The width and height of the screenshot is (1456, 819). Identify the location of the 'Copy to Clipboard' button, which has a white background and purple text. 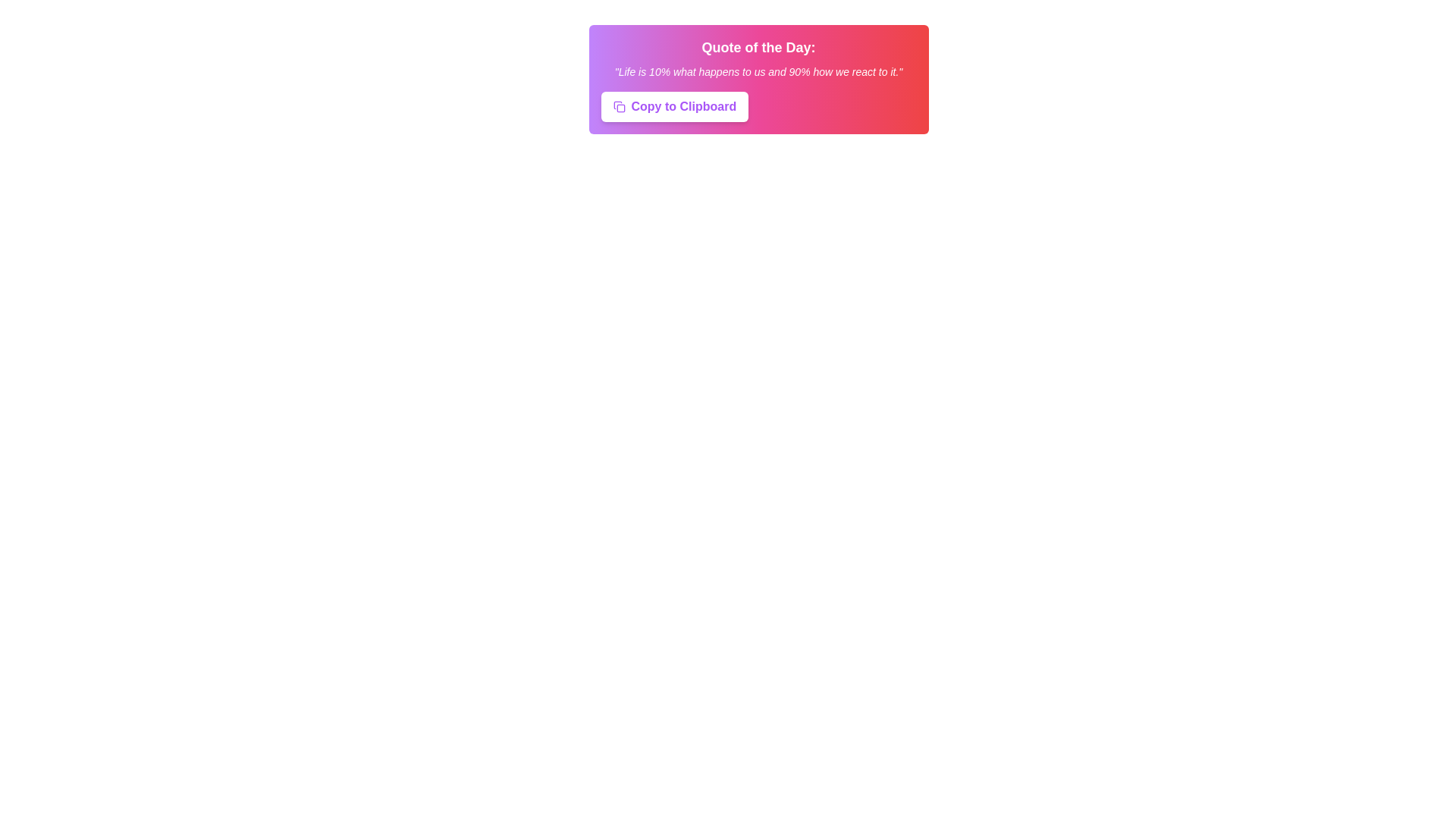
(673, 106).